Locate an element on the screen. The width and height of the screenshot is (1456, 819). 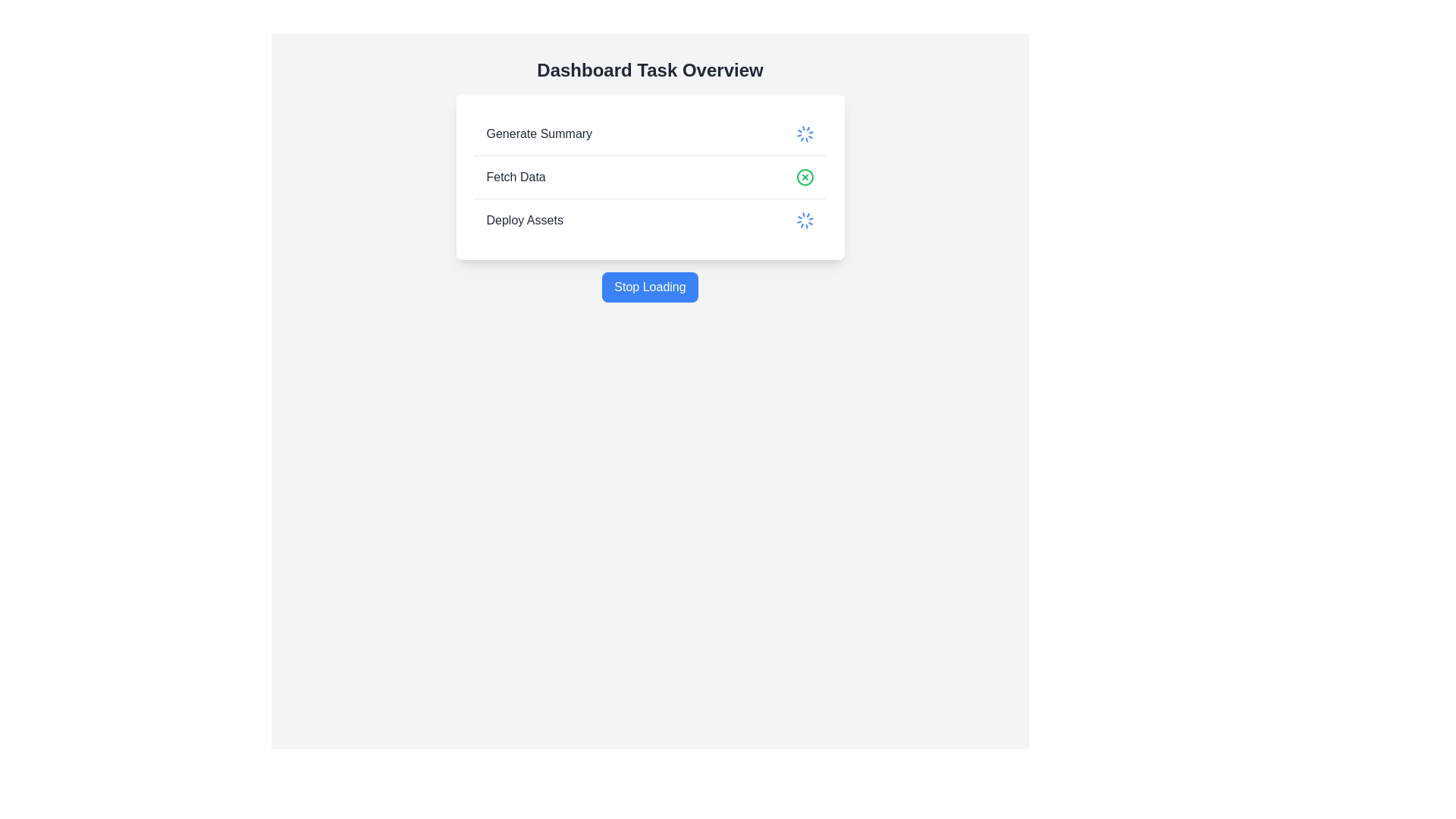
the Status Indicator Icon with a green outline and an 'X' in the center, located in the 'Fetch Data' row is located at coordinates (804, 177).